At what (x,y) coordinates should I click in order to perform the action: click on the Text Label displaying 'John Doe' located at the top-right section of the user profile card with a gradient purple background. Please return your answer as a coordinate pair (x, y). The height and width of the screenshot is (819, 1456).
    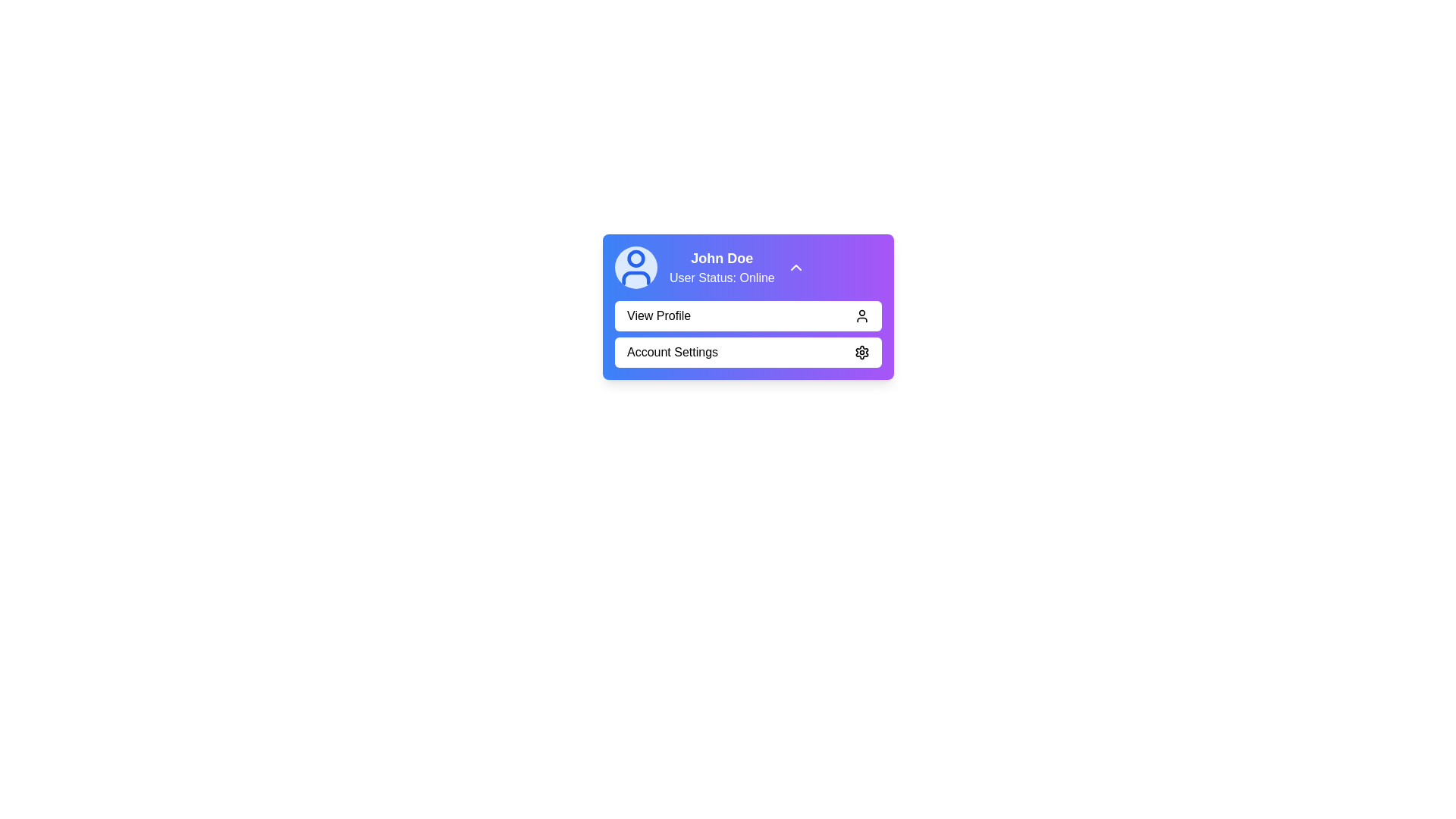
    Looking at the image, I should click on (721, 257).